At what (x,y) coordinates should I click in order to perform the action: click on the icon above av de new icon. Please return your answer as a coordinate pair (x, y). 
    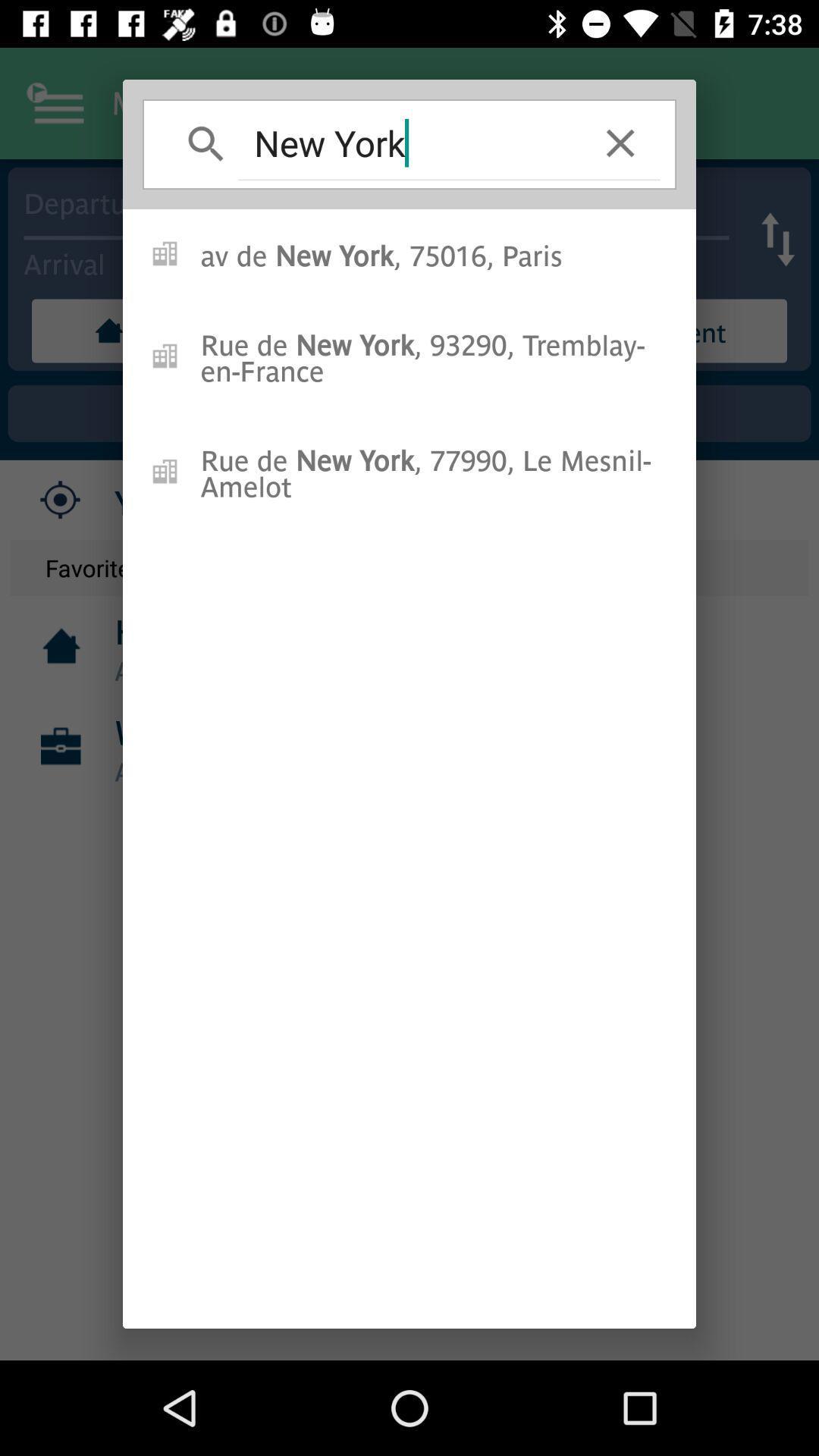
    Looking at the image, I should click on (620, 143).